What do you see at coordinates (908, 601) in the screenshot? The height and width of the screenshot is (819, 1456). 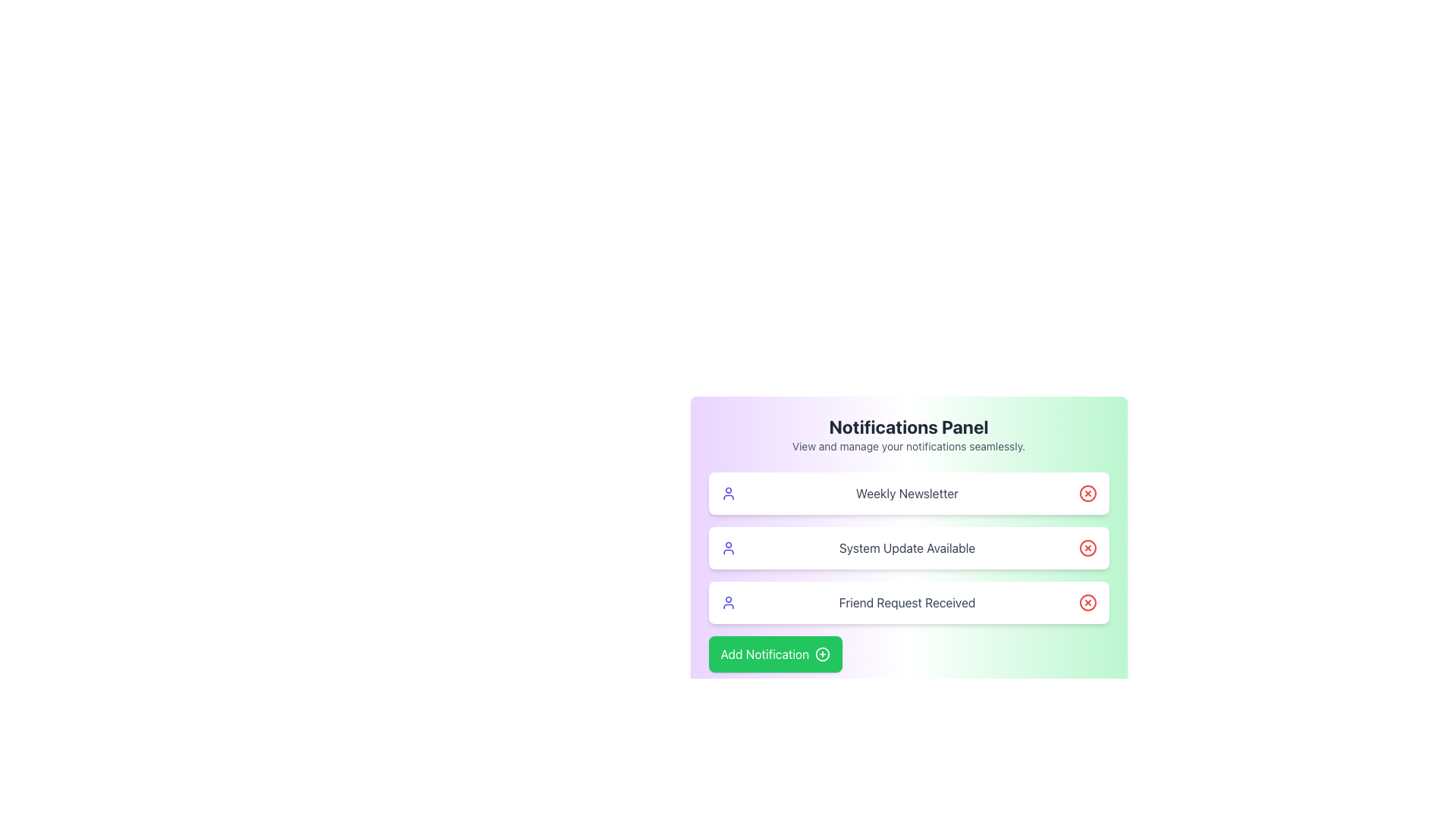 I see `the notification text in the Notification Block that informs about a received friend request` at bounding box center [908, 601].